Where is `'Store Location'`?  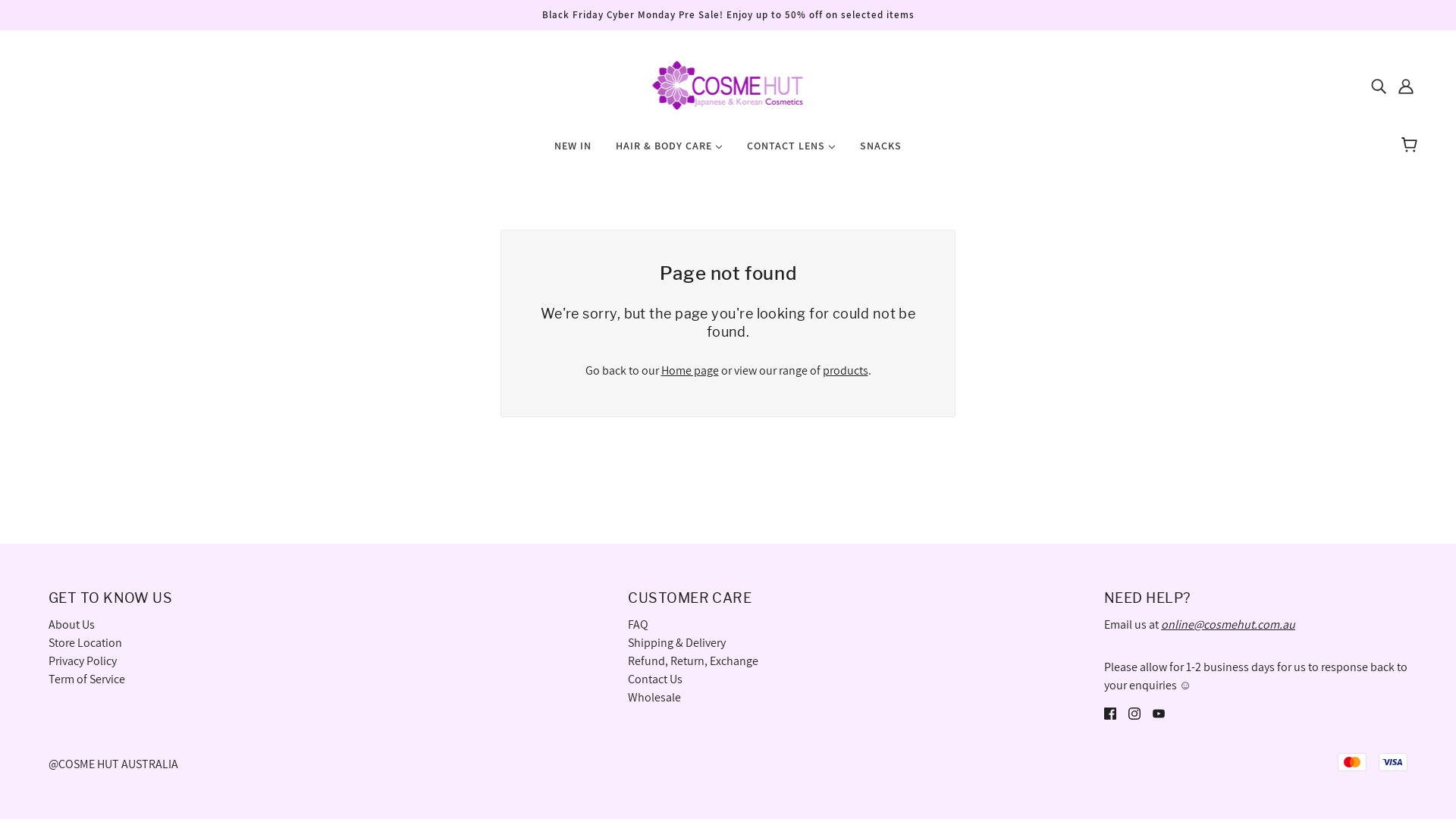
'Store Location' is located at coordinates (84, 642).